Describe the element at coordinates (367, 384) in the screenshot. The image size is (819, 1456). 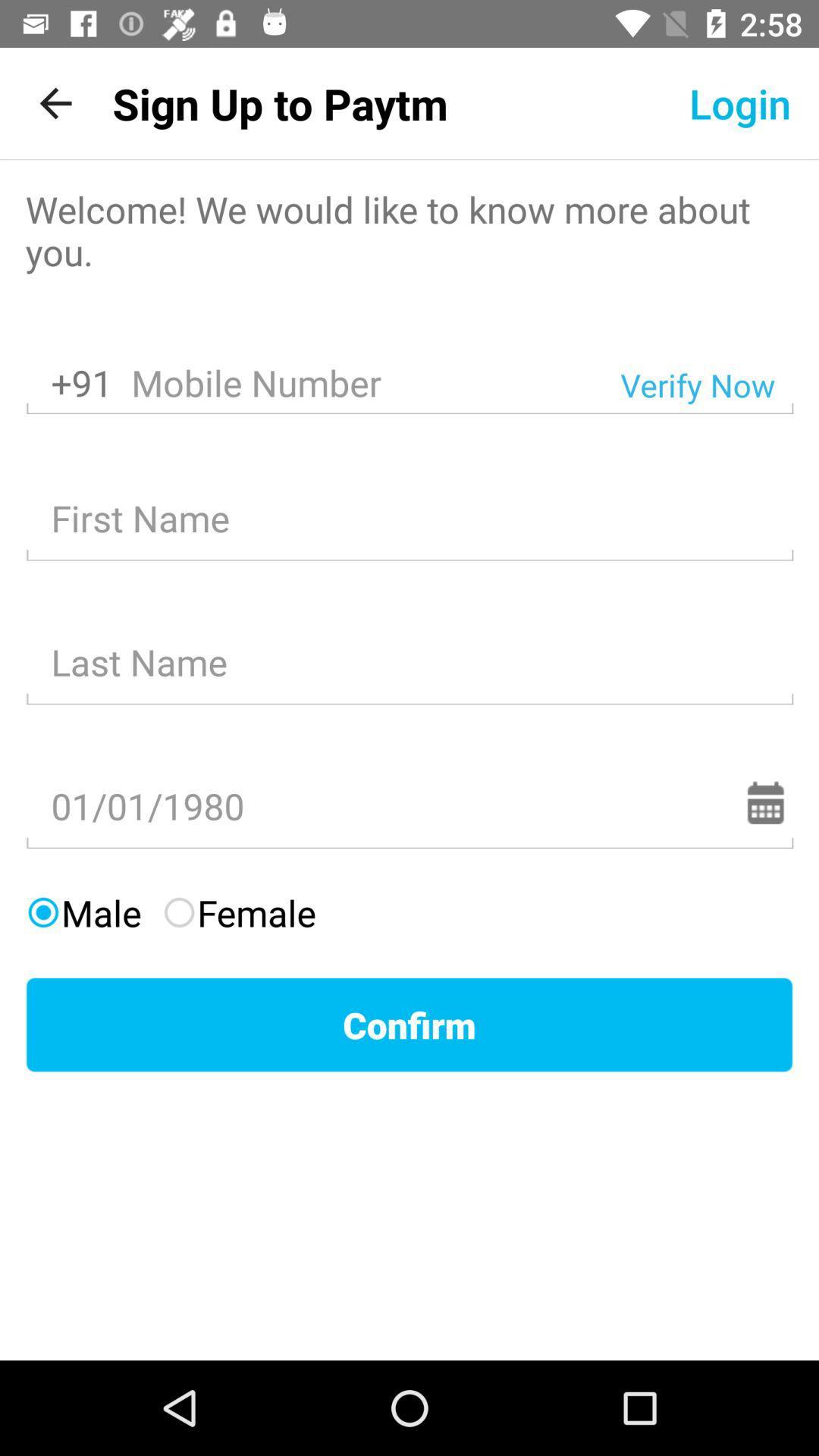
I see `item to the left of the verify now  item` at that location.